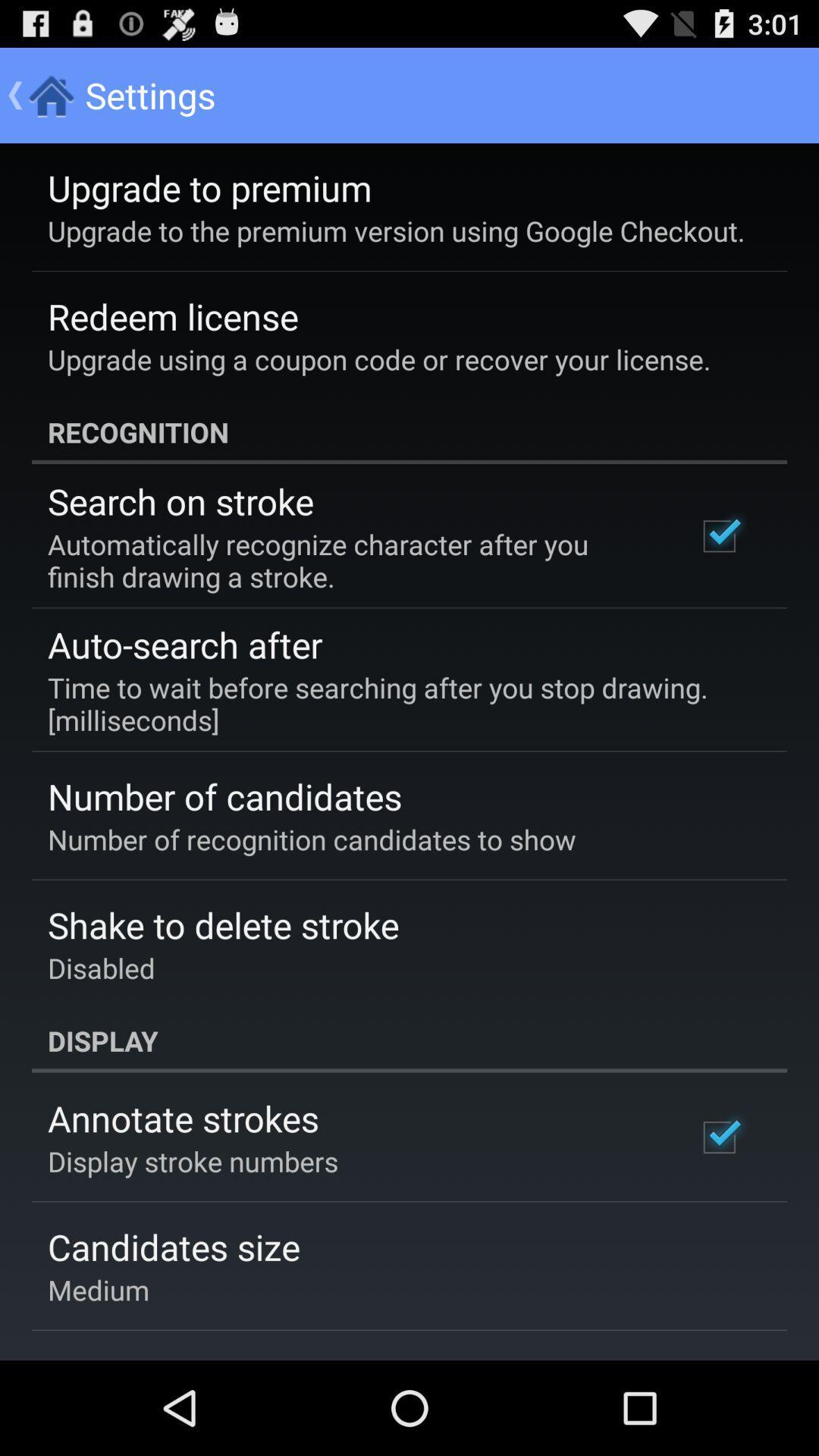 The image size is (819, 1456). Describe the element at coordinates (184, 645) in the screenshot. I see `the auto-search after app` at that location.